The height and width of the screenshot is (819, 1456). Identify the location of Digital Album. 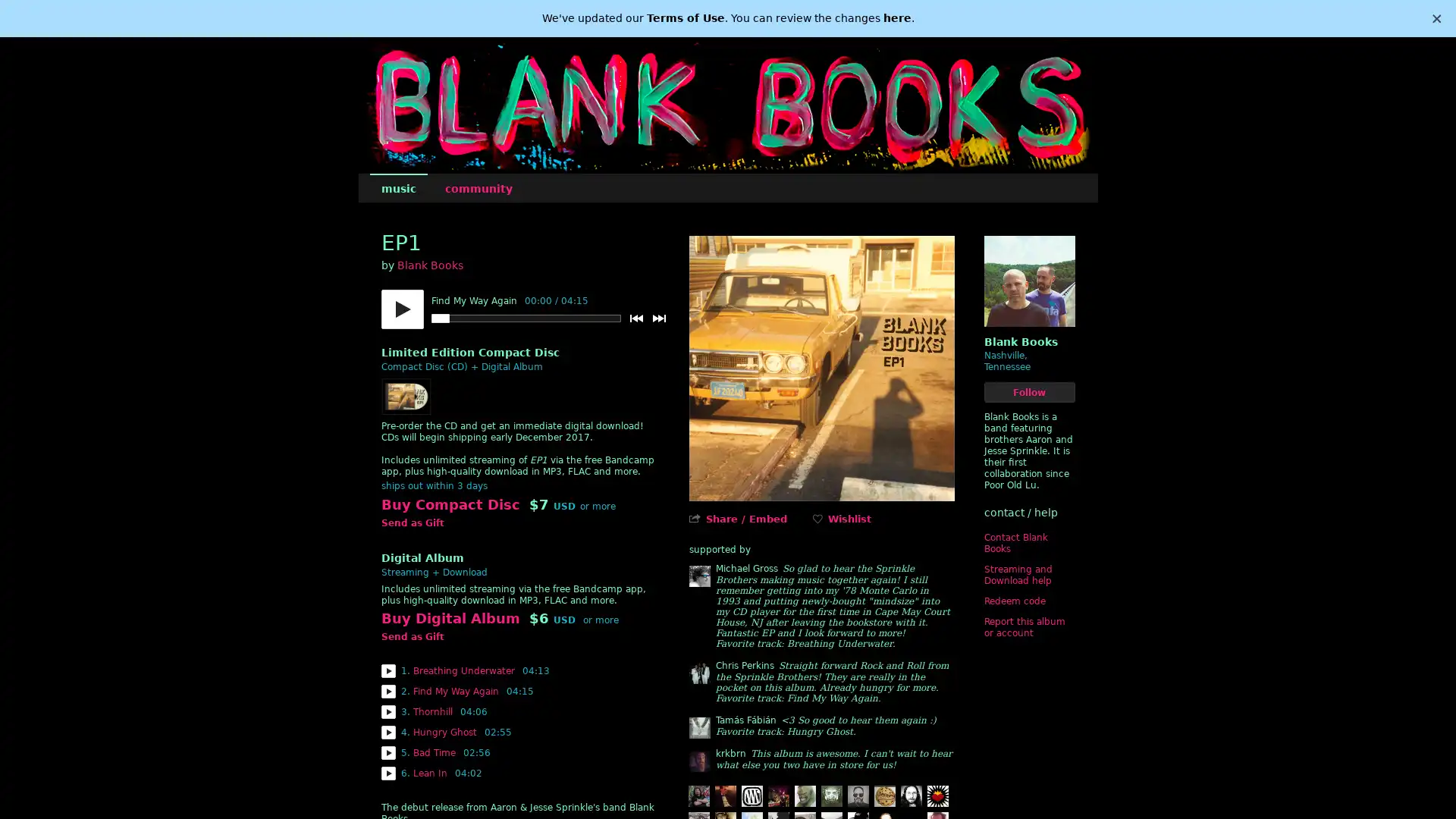
(422, 558).